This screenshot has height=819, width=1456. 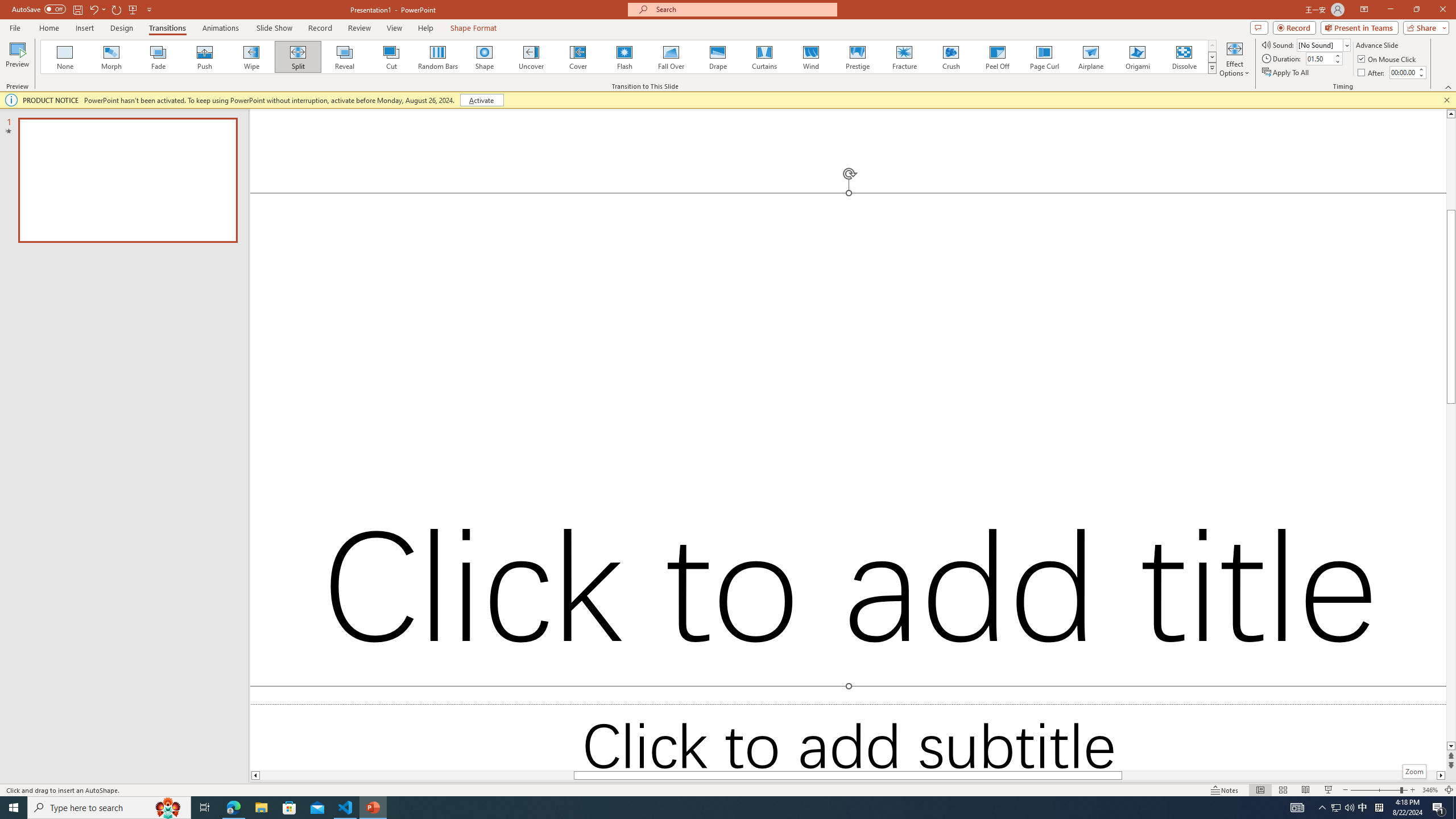 What do you see at coordinates (65, 56) in the screenshot?
I see `'None'` at bounding box center [65, 56].